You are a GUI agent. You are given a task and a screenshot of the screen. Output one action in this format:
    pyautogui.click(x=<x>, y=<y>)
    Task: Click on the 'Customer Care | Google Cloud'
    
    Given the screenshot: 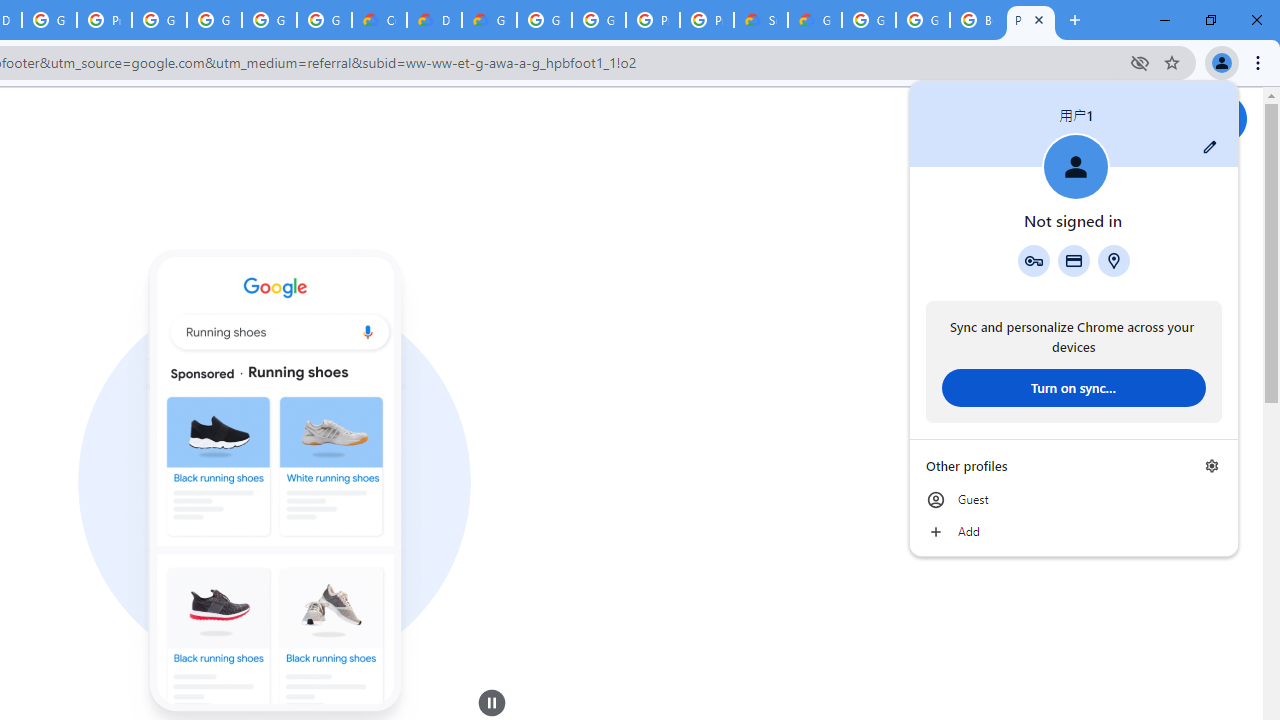 What is the action you would take?
    pyautogui.click(x=379, y=20)
    